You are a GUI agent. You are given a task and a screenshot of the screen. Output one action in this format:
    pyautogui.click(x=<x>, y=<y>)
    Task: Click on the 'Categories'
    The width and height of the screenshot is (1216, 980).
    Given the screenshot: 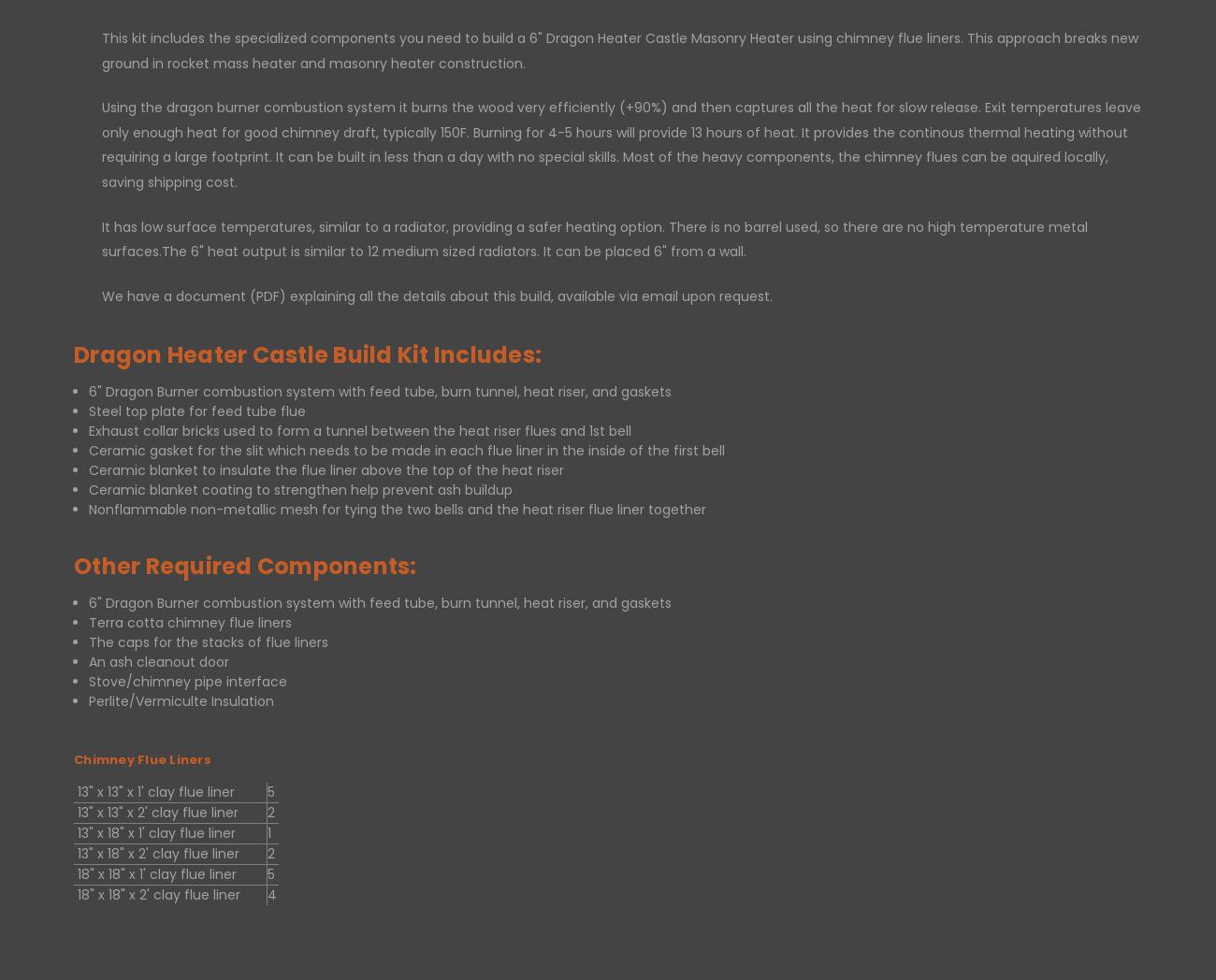 What is the action you would take?
    pyautogui.click(x=394, y=458)
    